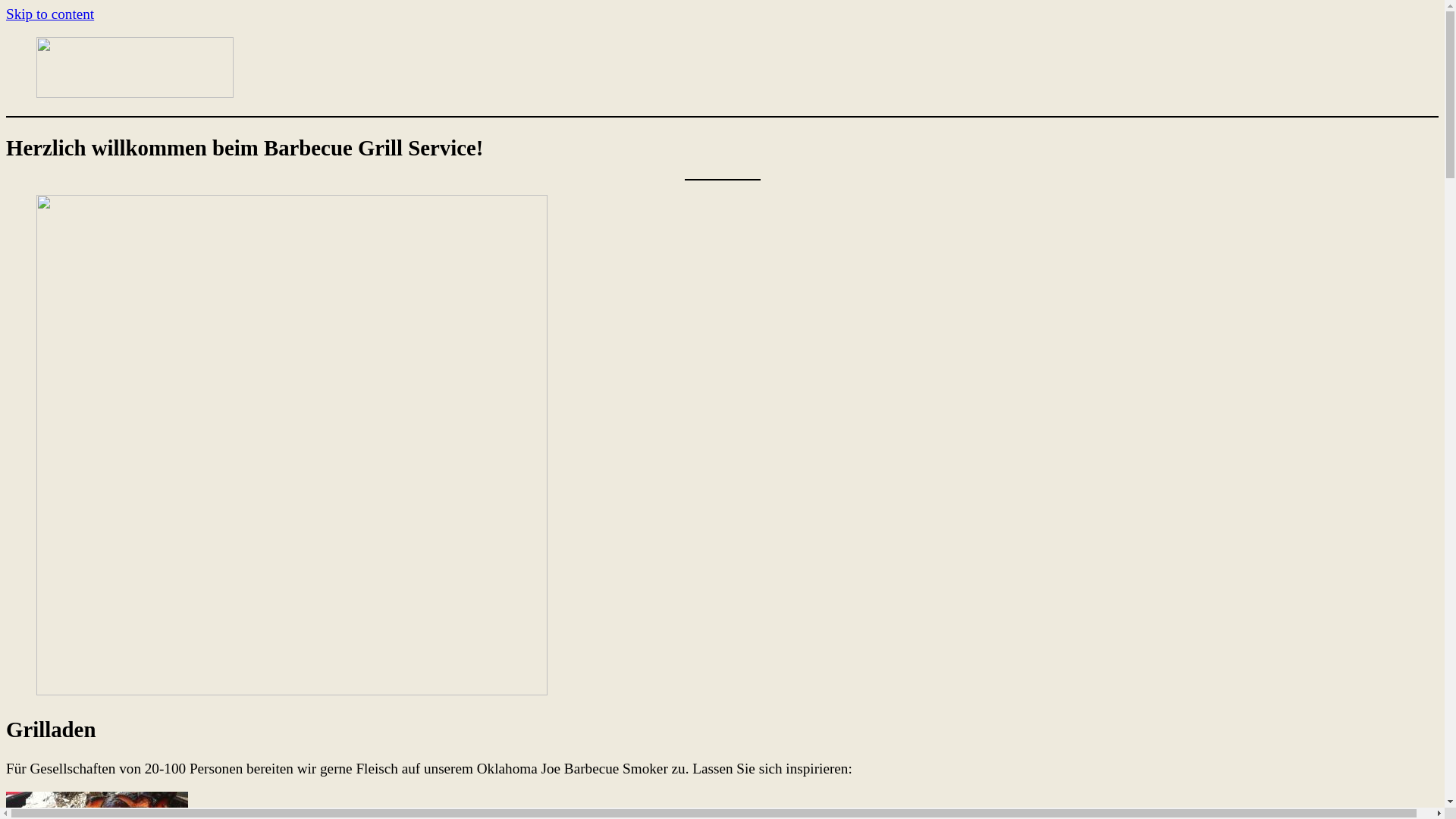 Image resolution: width=1456 pixels, height=819 pixels. What do you see at coordinates (50, 14) in the screenshot?
I see `'Skip to content'` at bounding box center [50, 14].